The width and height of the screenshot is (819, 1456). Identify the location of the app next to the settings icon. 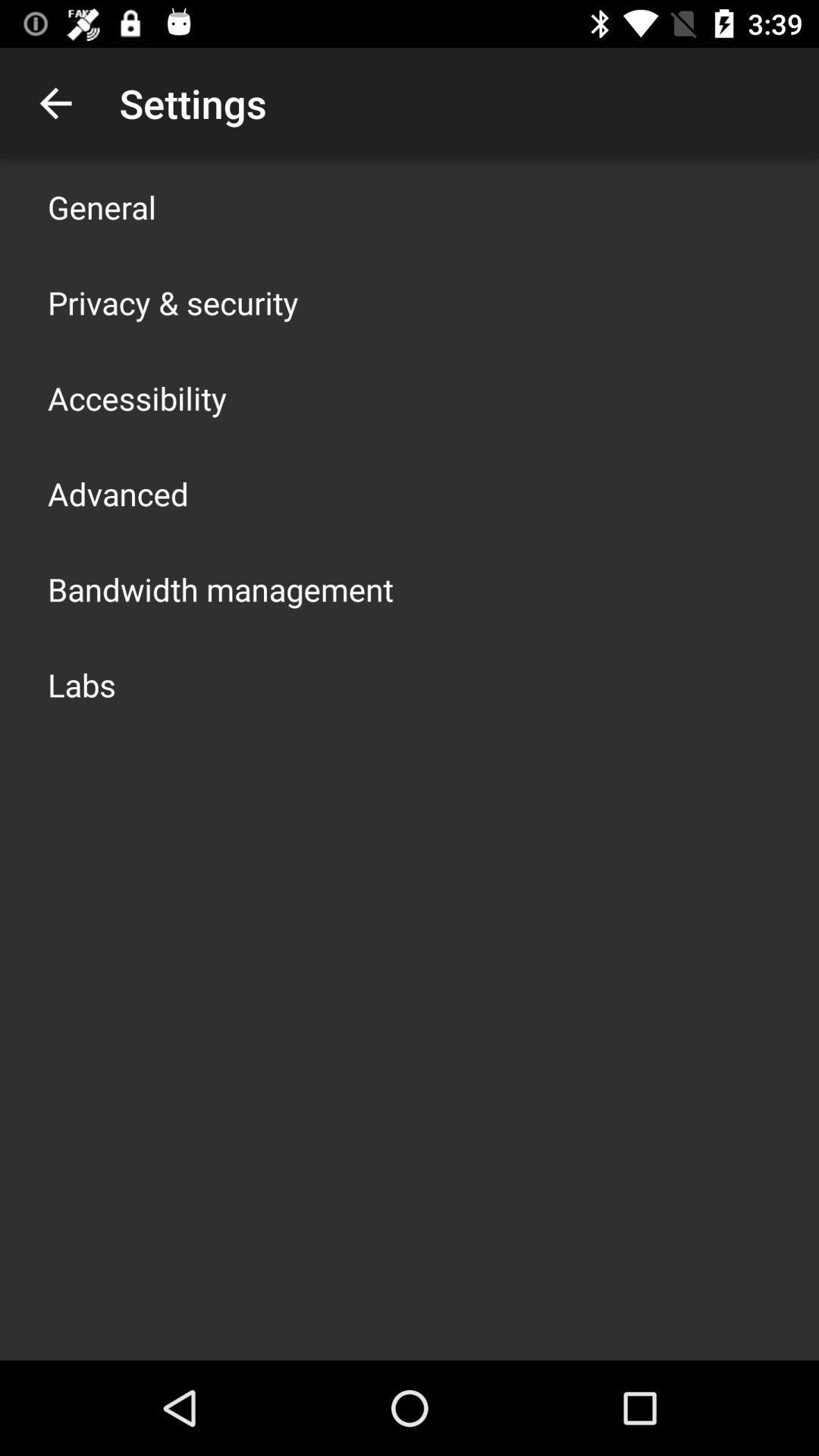
(55, 102).